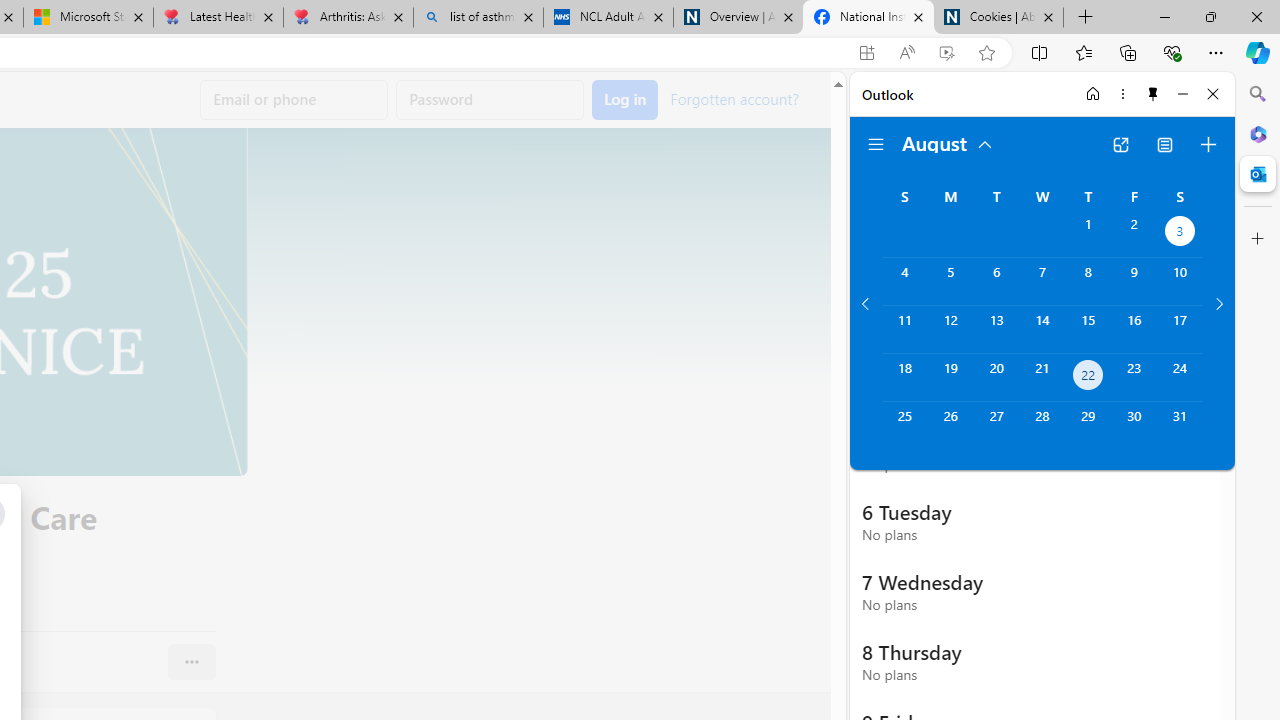 The height and width of the screenshot is (720, 1280). Describe the element at coordinates (1087, 232) in the screenshot. I see `'Thursday, August 1, 2024. '` at that location.